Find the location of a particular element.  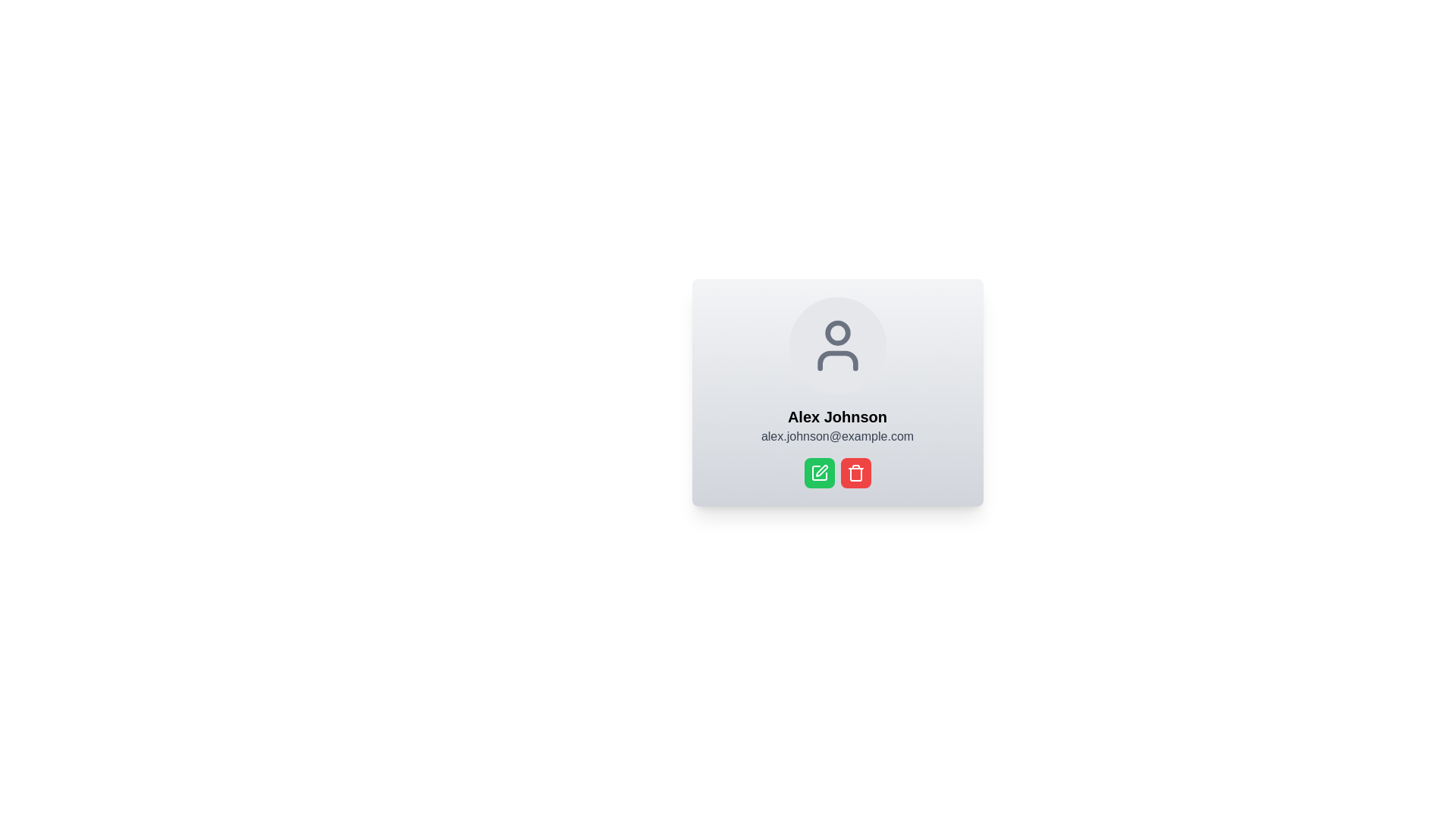

the static text displaying the user's email address, located at the center-bottom of the profile card below the name 'Alex Johnson' is located at coordinates (836, 436).